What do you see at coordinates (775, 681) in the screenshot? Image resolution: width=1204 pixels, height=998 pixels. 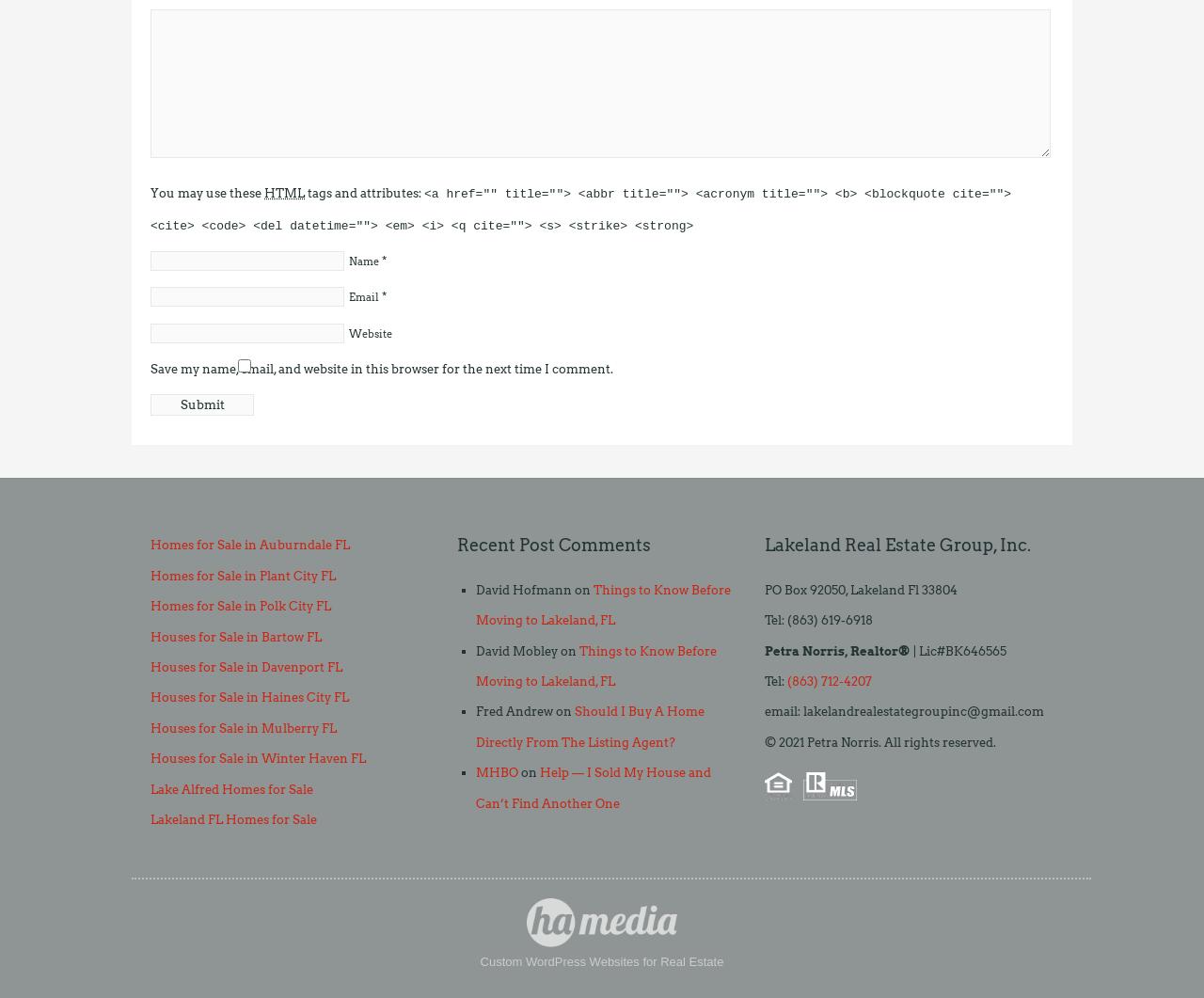 I see `'Tel:'` at bounding box center [775, 681].